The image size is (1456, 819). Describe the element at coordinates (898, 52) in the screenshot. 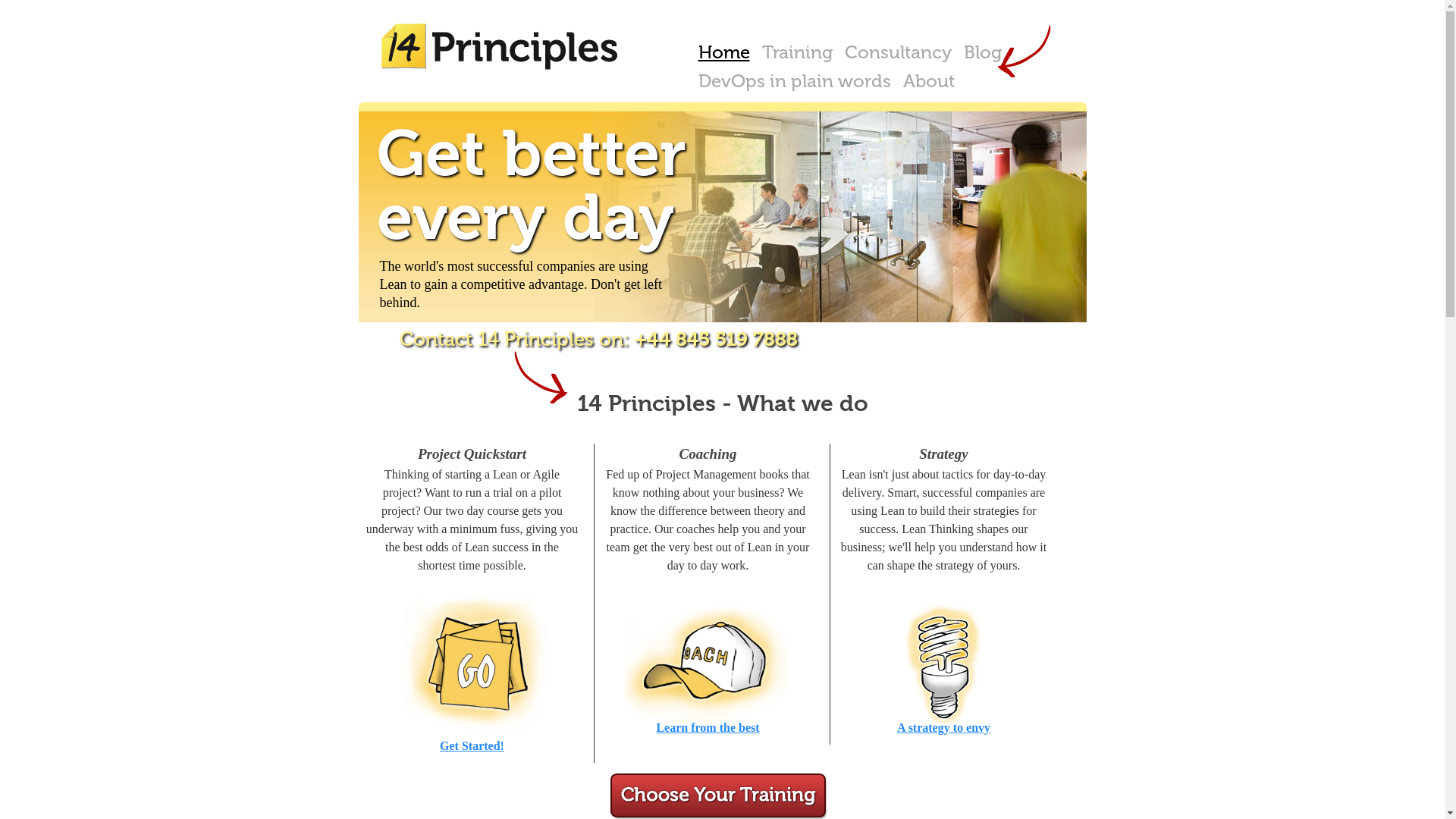

I see `'Consultancy'` at that location.